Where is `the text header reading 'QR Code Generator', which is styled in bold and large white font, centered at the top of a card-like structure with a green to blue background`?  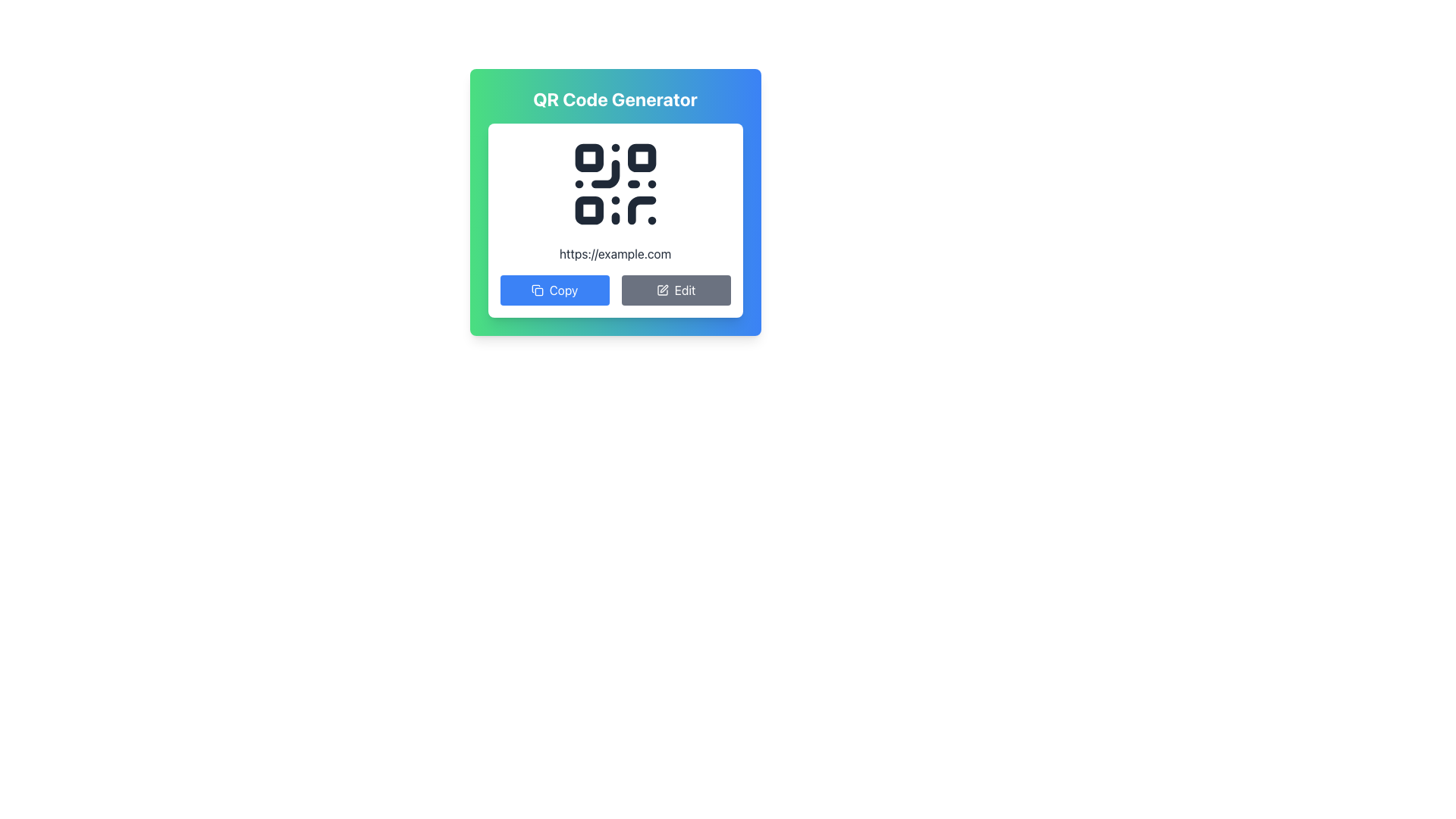 the text header reading 'QR Code Generator', which is styled in bold and large white font, centered at the top of a card-like structure with a green to blue background is located at coordinates (615, 99).